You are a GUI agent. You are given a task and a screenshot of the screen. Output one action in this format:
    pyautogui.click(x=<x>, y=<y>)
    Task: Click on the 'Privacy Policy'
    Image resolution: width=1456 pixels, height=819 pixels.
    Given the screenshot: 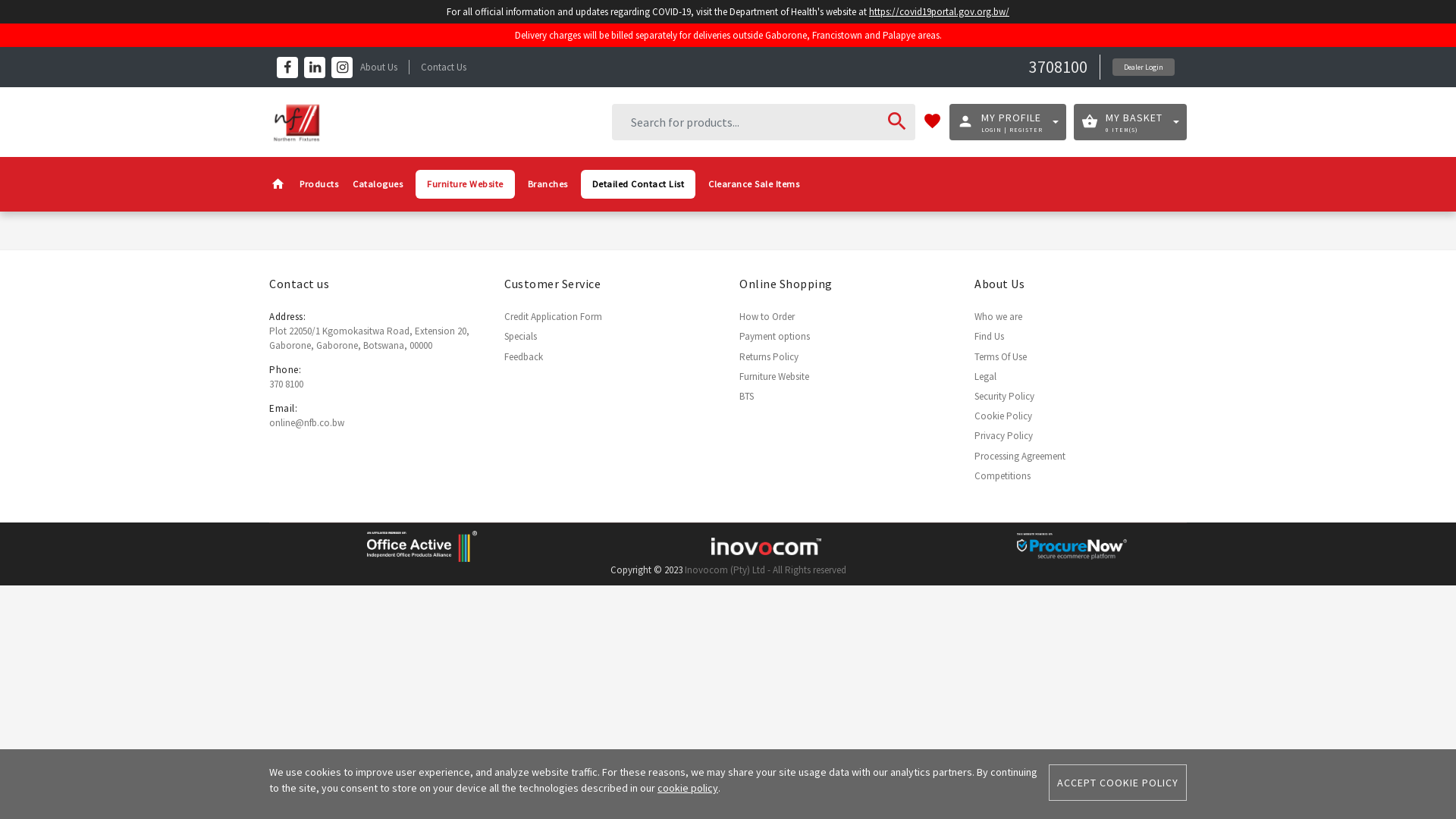 What is the action you would take?
    pyautogui.click(x=974, y=435)
    